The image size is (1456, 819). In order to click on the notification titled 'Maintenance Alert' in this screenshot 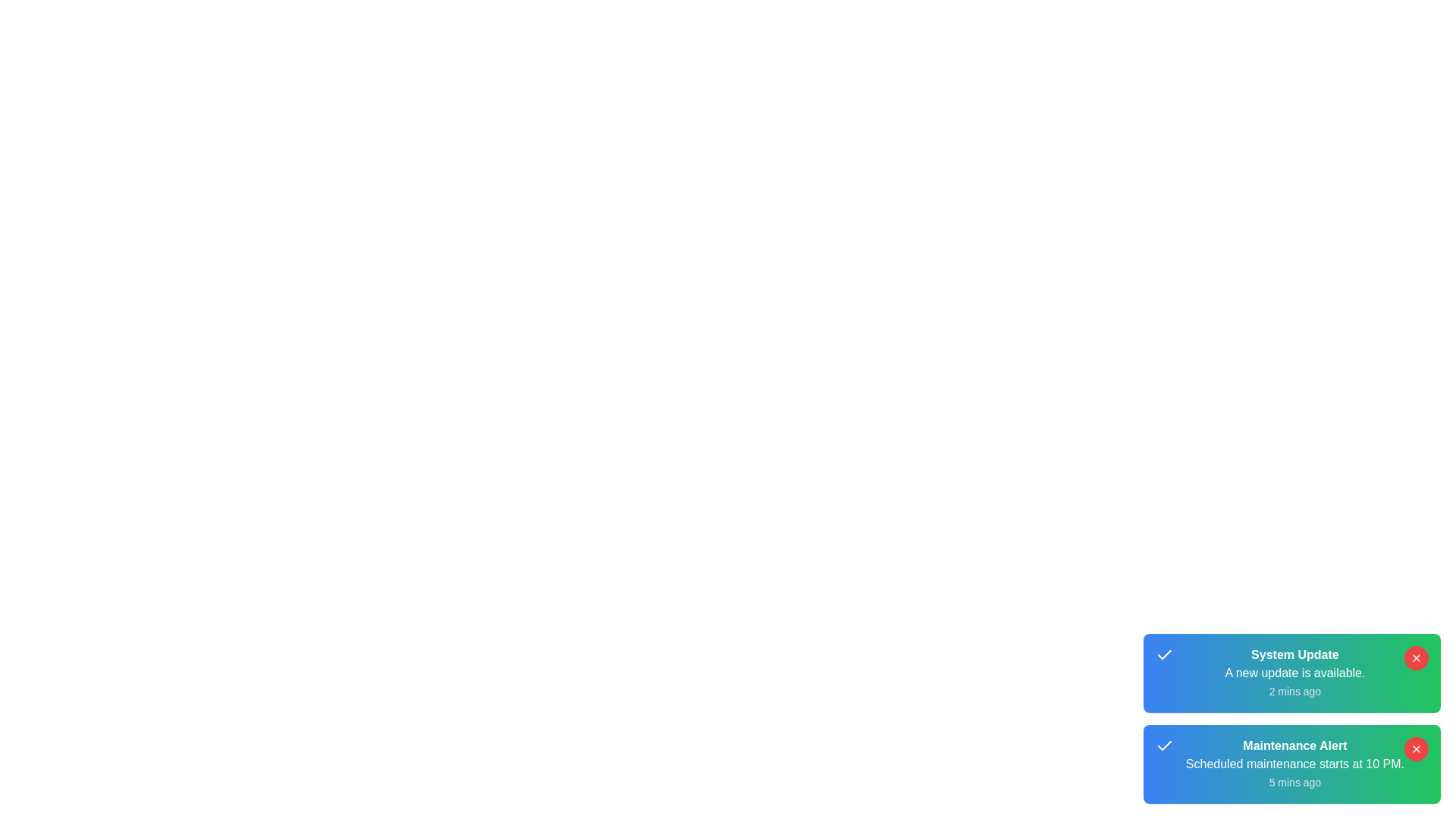, I will do `click(1291, 764)`.